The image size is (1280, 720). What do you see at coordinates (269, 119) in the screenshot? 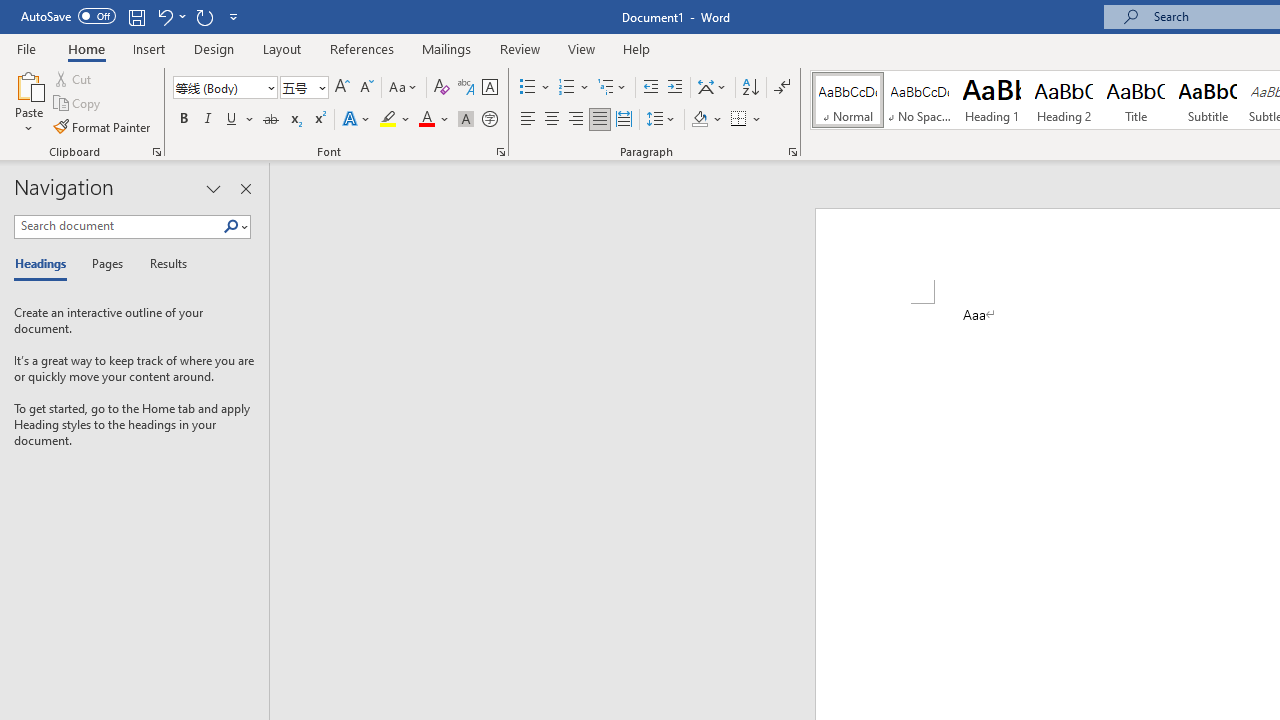
I see `'Strikethrough'` at bounding box center [269, 119].